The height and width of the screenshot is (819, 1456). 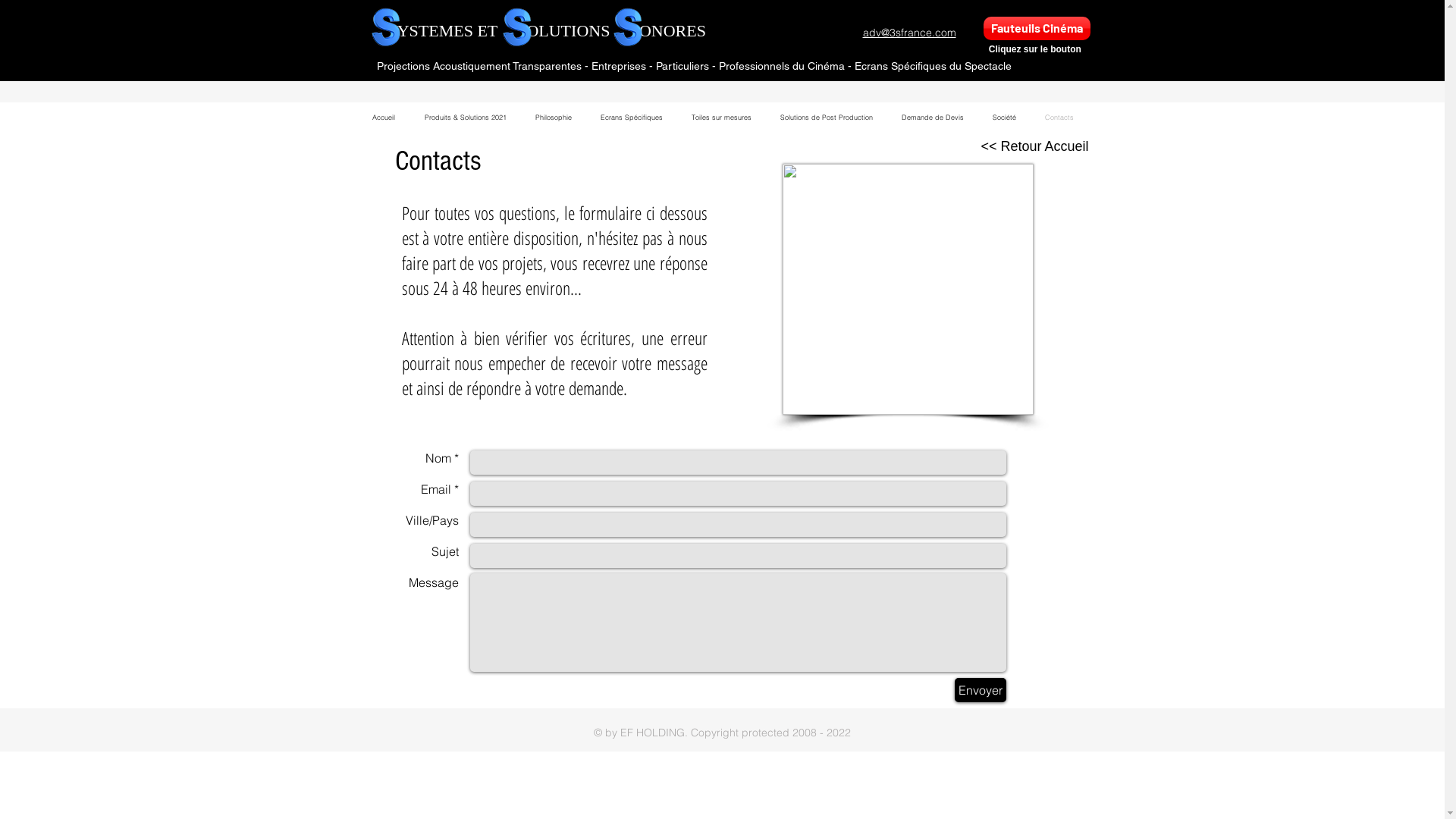 What do you see at coordinates (384, 116) in the screenshot?
I see `'Accueil'` at bounding box center [384, 116].